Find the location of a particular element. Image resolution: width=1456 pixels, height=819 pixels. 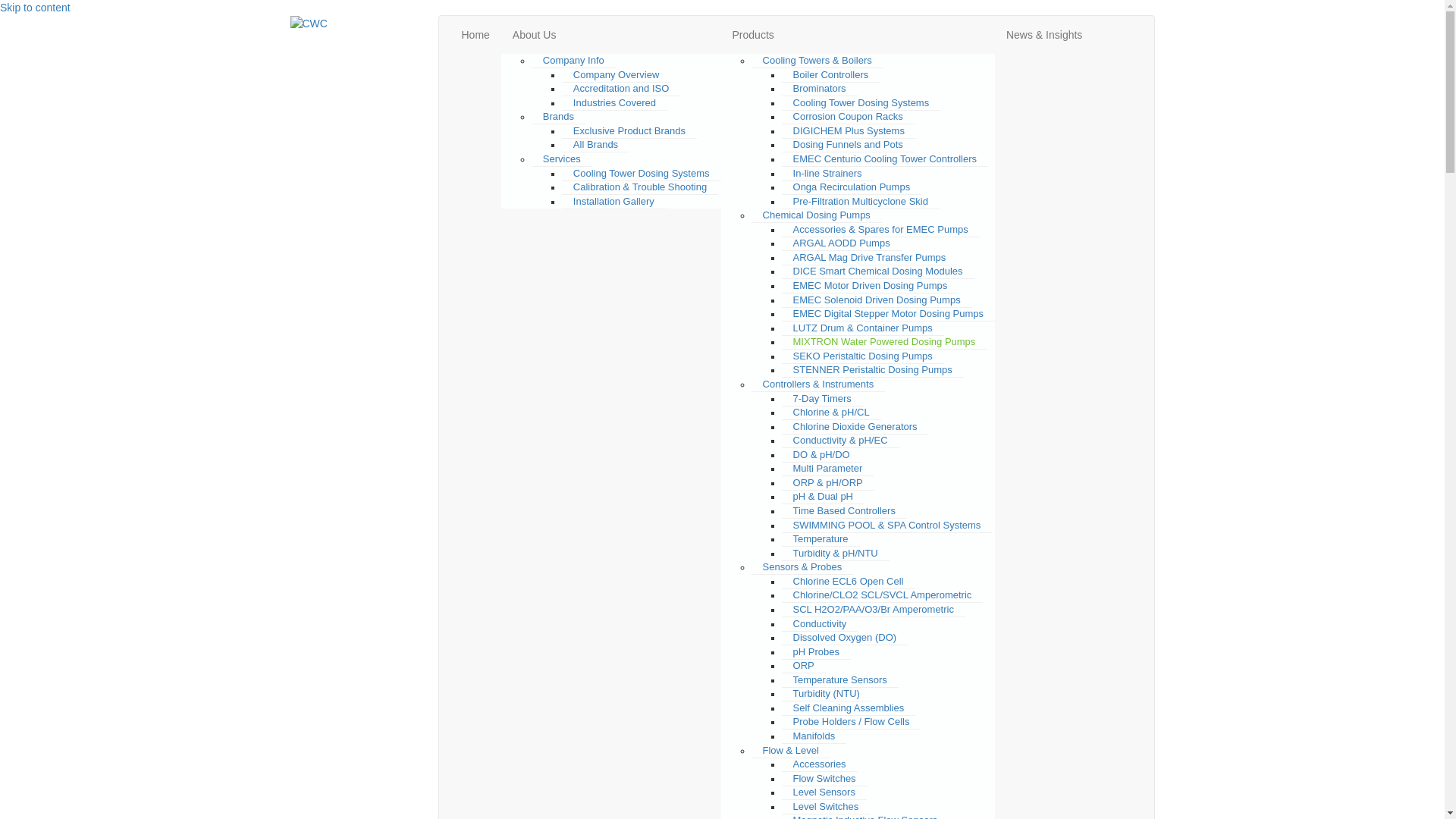

'Turbidity (NTU)' is located at coordinates (825, 693).